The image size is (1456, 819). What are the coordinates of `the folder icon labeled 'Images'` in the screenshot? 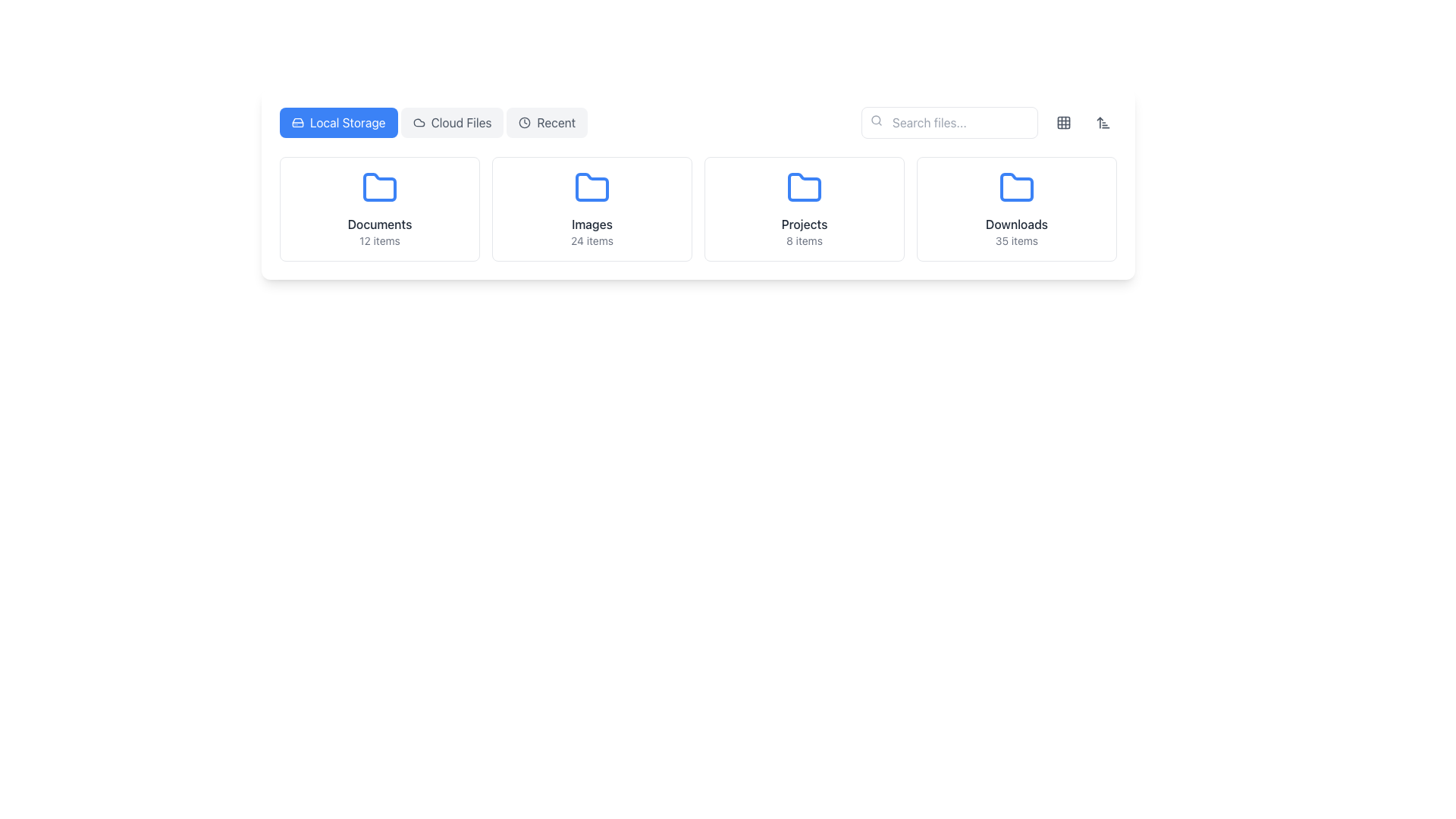 It's located at (591, 186).